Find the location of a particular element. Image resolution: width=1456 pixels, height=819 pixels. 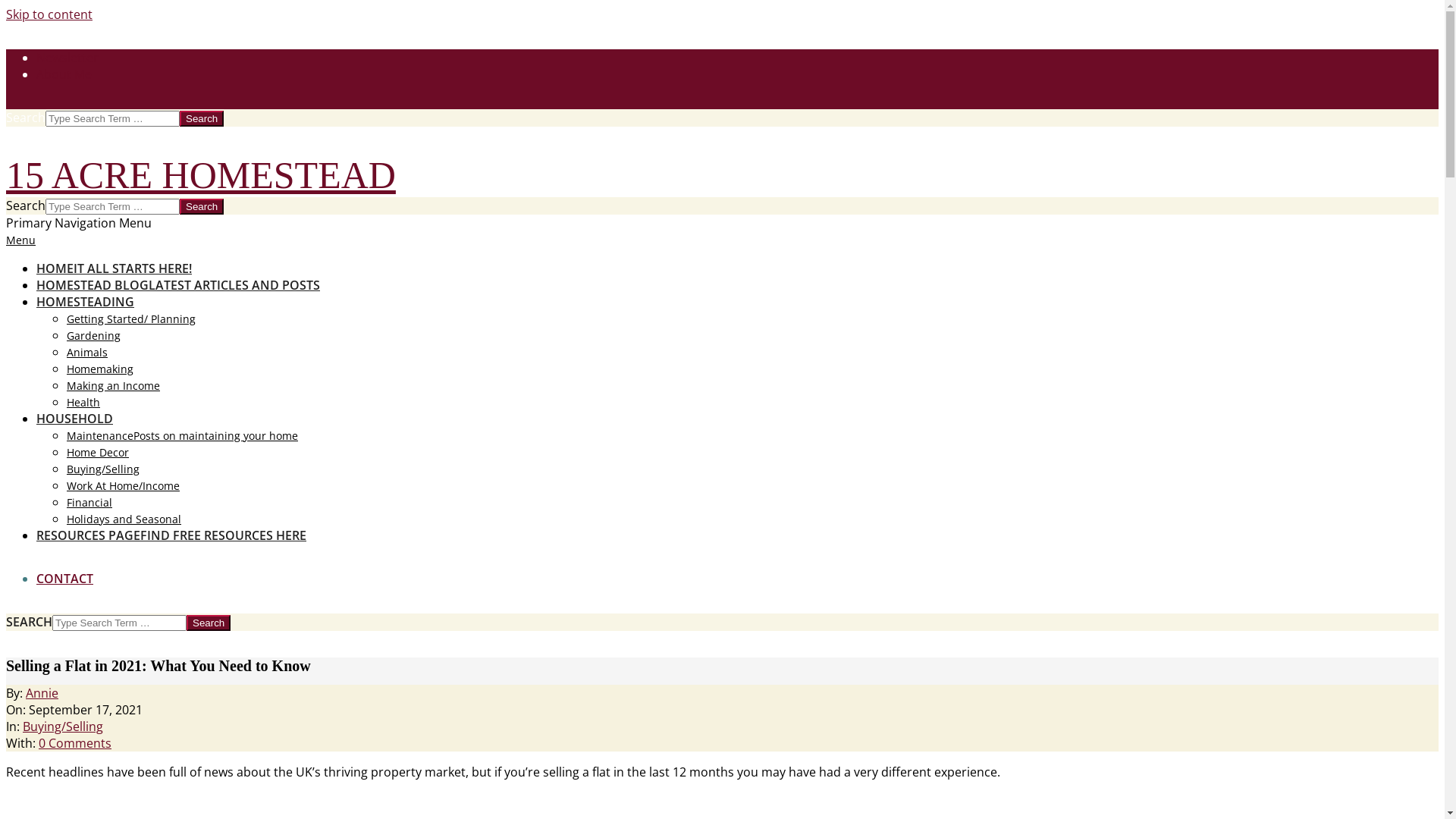

'Financial' is located at coordinates (89, 502).